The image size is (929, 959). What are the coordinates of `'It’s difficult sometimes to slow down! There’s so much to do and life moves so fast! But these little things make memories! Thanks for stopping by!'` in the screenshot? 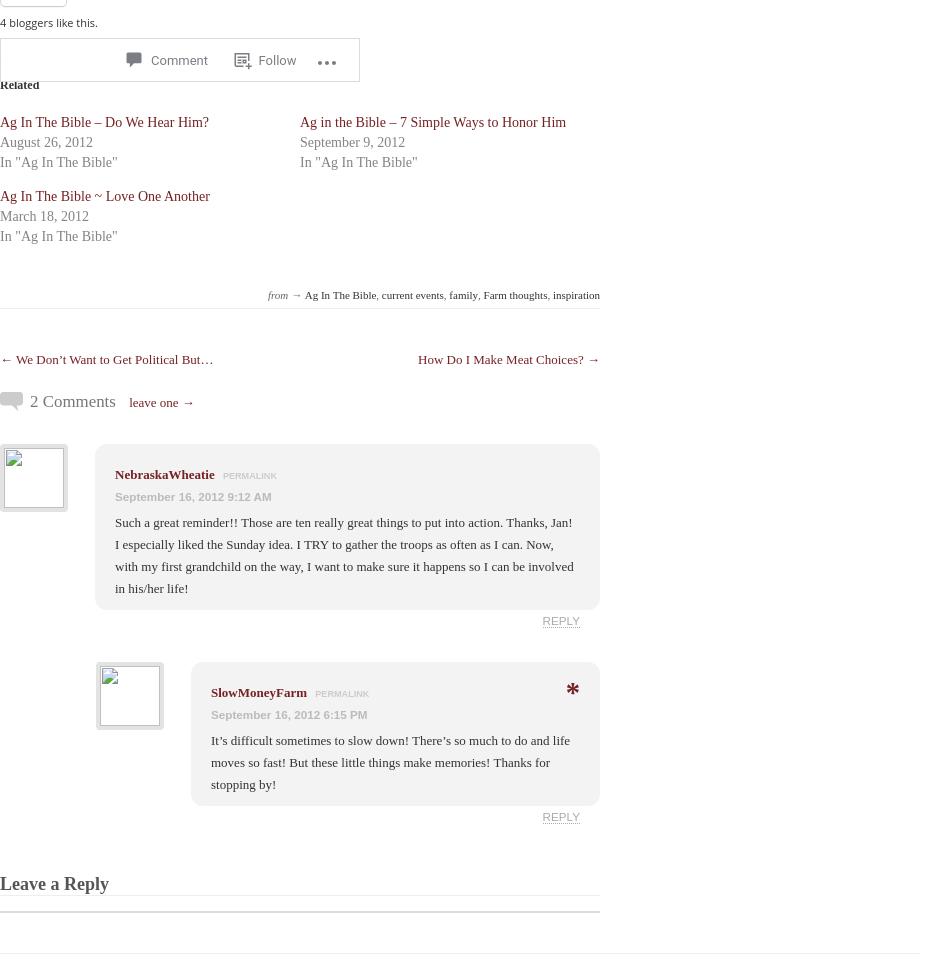 It's located at (209, 762).